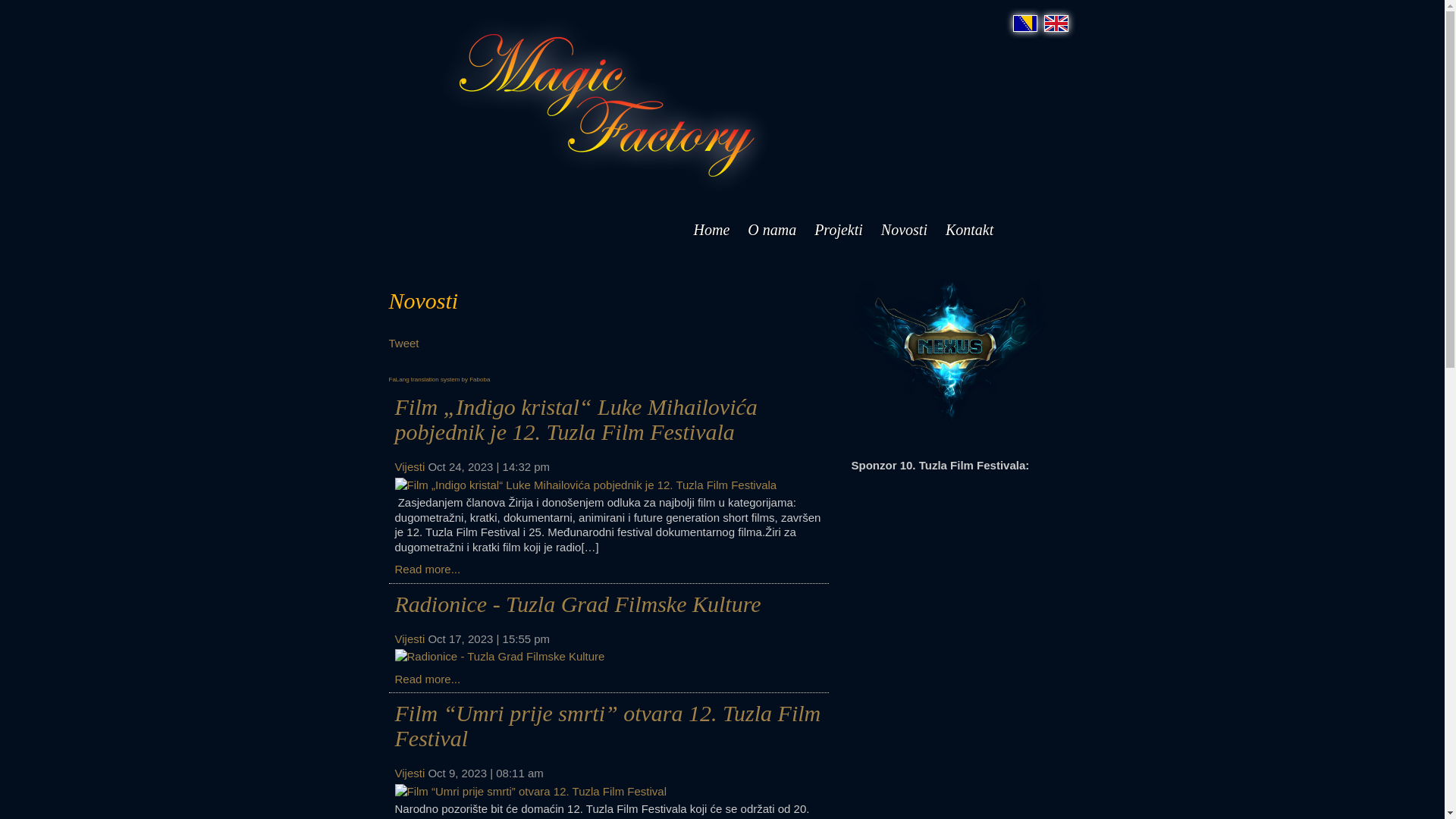 The width and height of the screenshot is (1456, 819). Describe the element at coordinates (837, 230) in the screenshot. I see `'Projekti'` at that location.